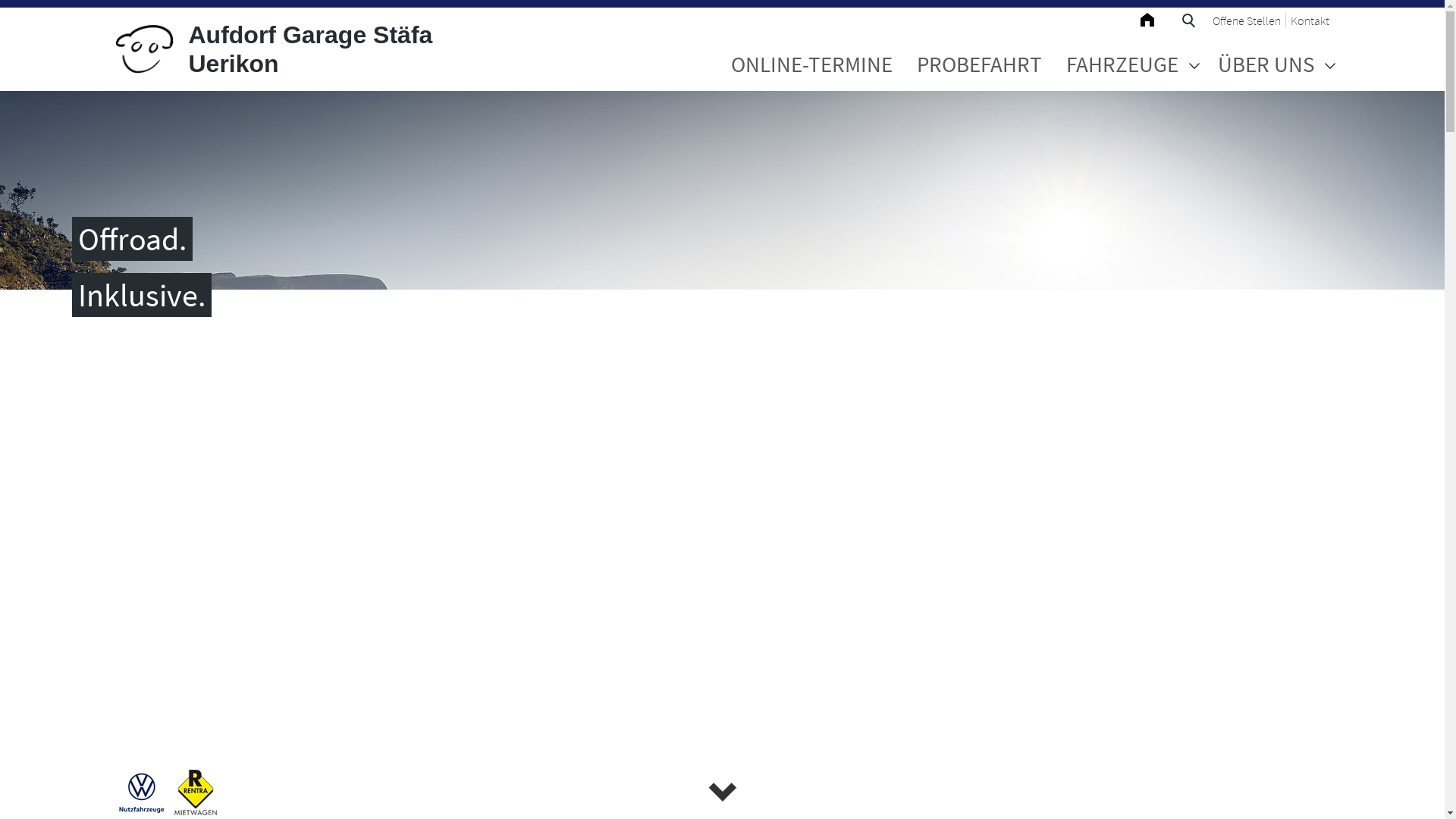  What do you see at coordinates (1122, 64) in the screenshot?
I see `'FAHRZEUGE'` at bounding box center [1122, 64].